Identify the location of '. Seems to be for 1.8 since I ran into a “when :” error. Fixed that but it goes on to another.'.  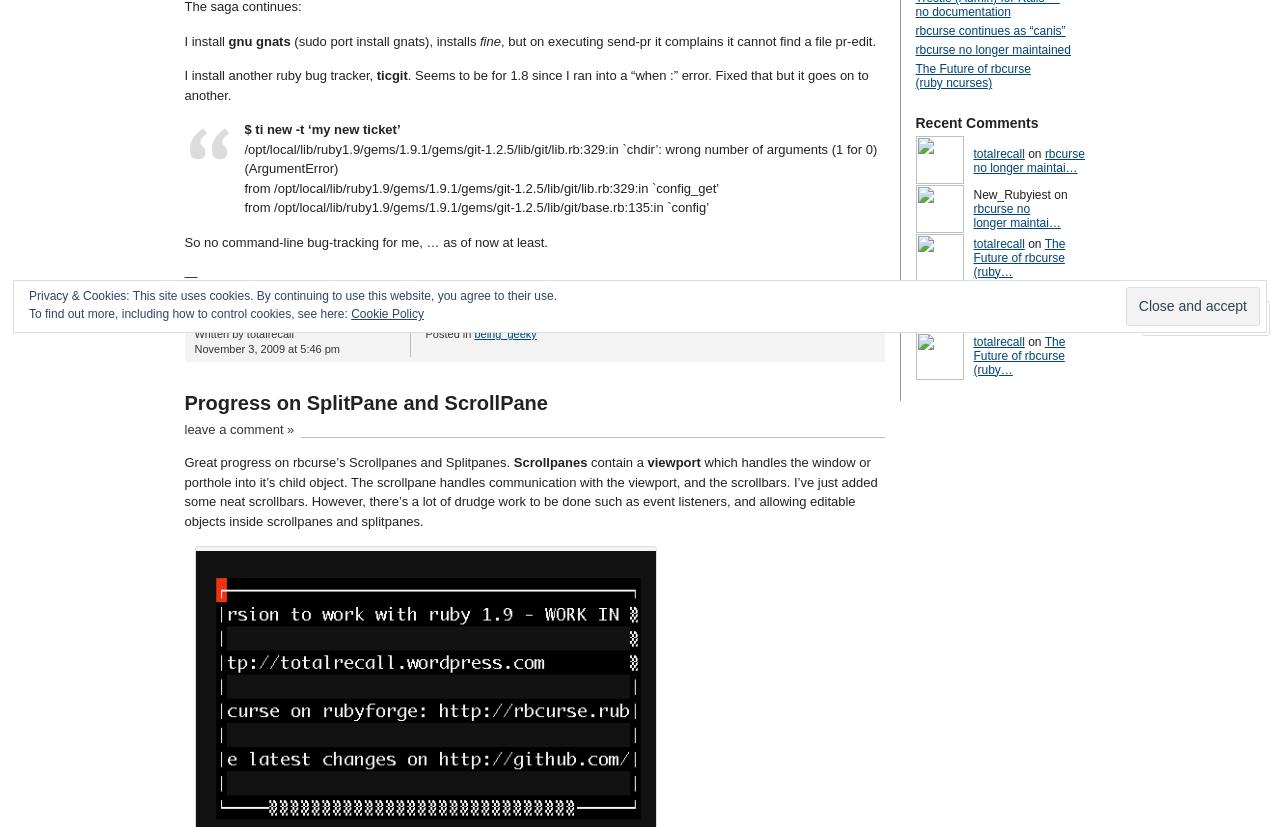
(525, 85).